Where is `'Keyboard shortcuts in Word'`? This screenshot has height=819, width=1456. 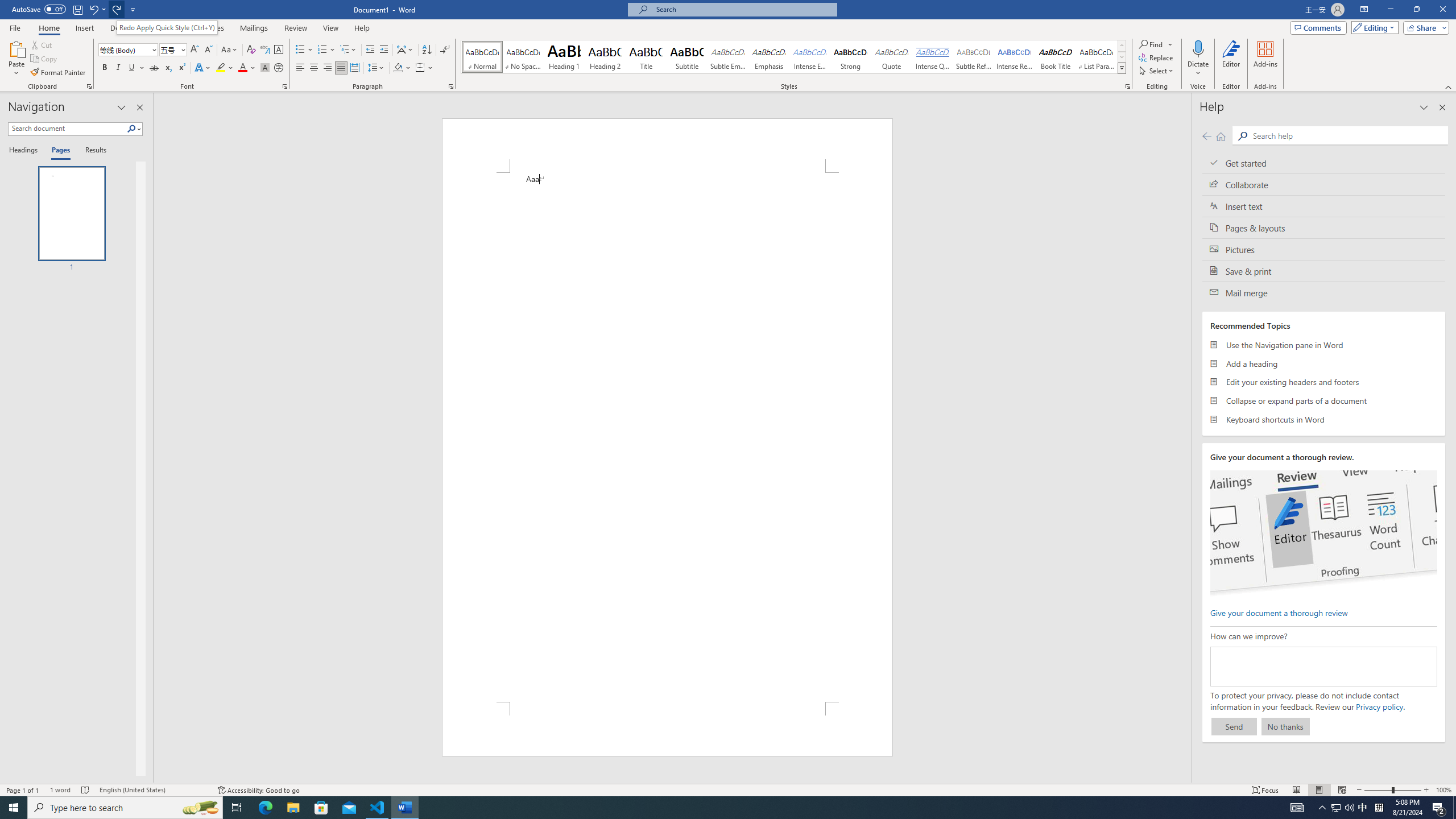 'Keyboard shortcuts in Word' is located at coordinates (1323, 419).